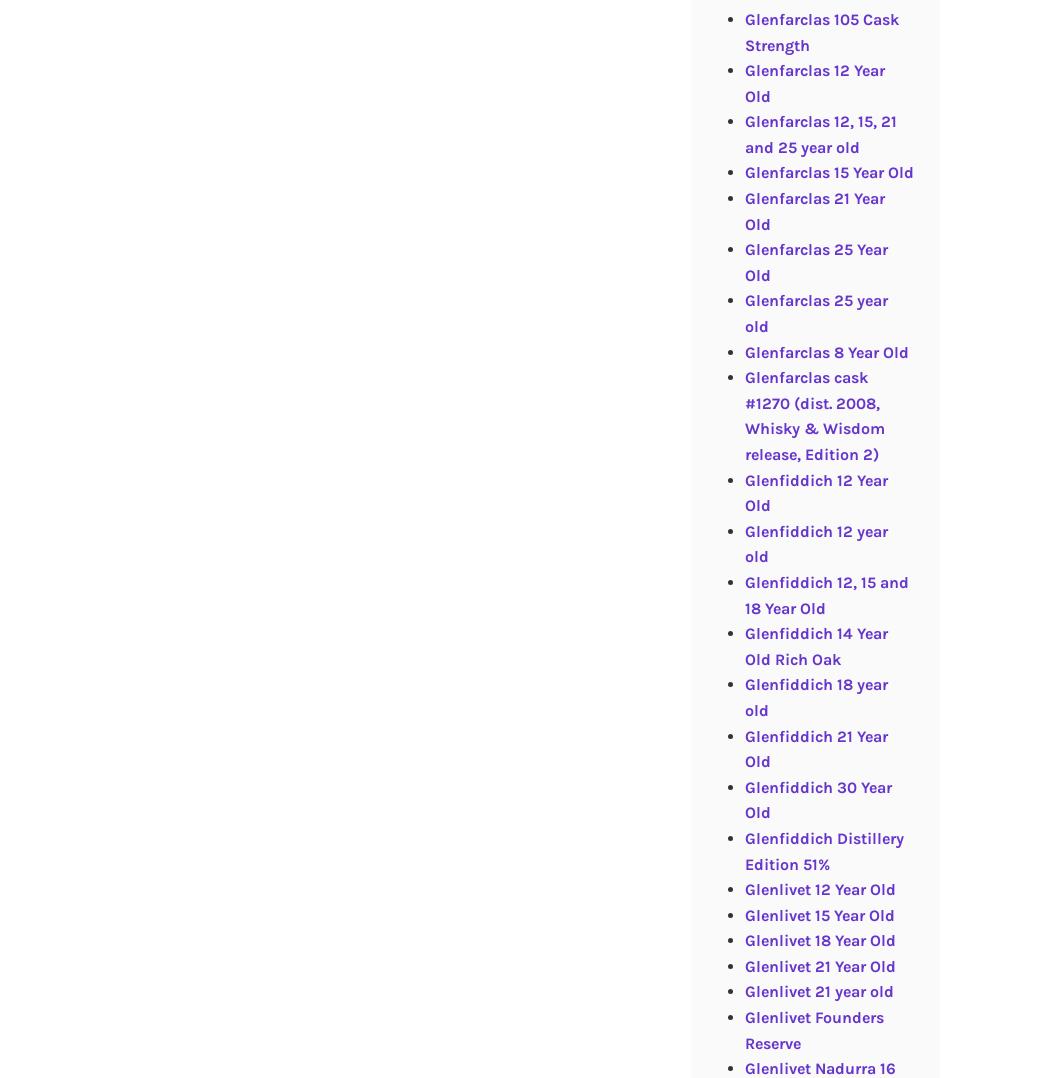 The height and width of the screenshot is (1078, 1050). I want to click on 'Glenfiddich 12 year old', so click(814, 542).